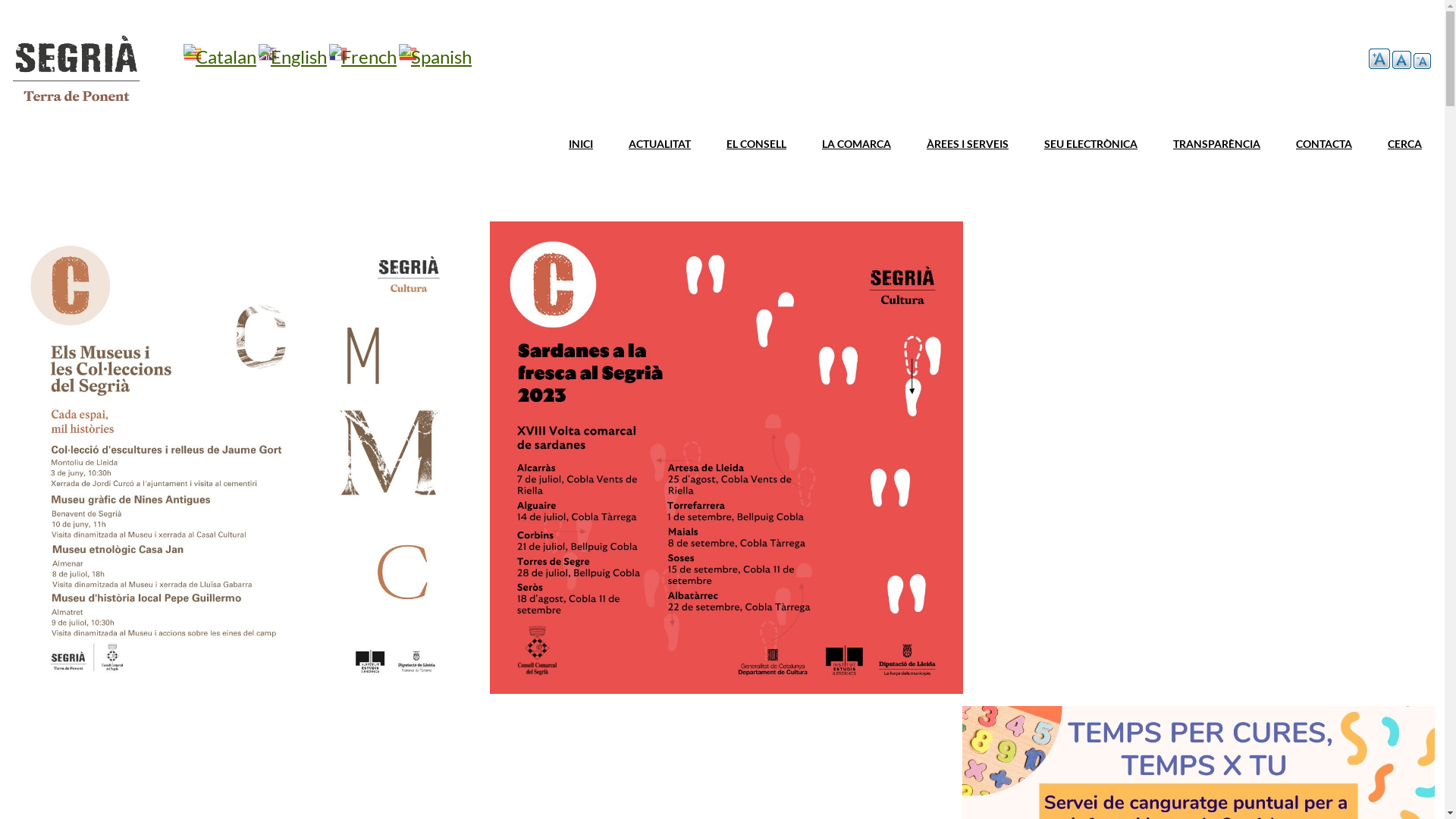 This screenshot has height=819, width=1456. I want to click on 'Inici', so click(75, 103).